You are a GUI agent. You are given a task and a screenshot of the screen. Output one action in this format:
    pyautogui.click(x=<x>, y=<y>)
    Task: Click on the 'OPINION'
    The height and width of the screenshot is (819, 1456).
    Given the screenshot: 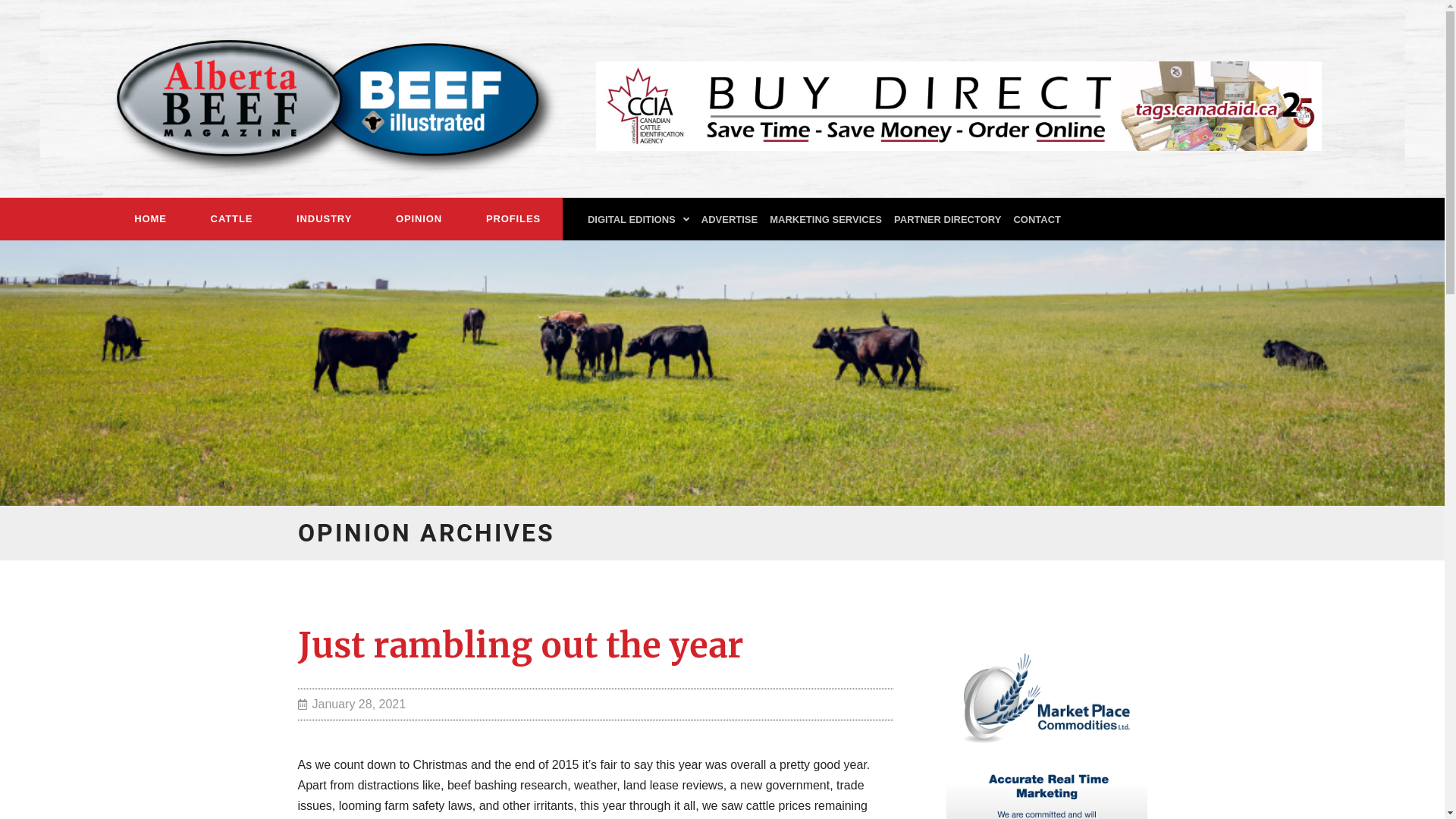 What is the action you would take?
    pyautogui.click(x=419, y=219)
    